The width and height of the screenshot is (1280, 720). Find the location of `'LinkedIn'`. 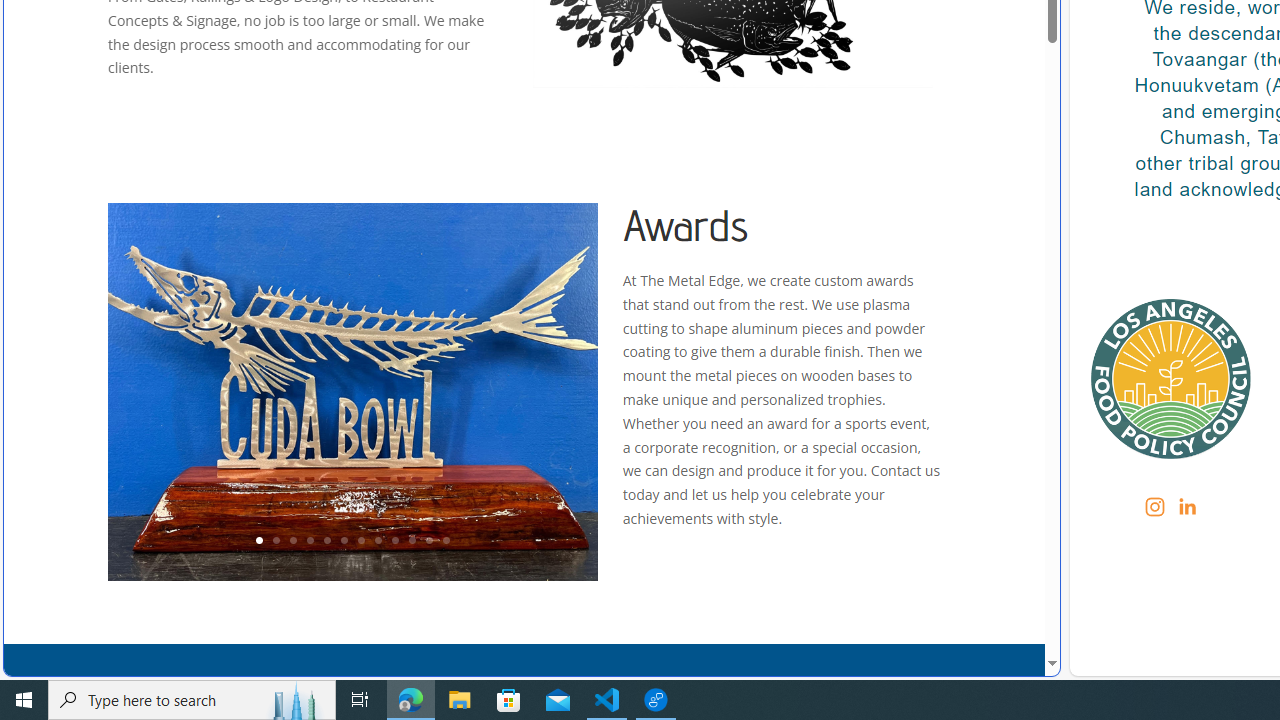

'LinkedIn' is located at coordinates (1187, 505).